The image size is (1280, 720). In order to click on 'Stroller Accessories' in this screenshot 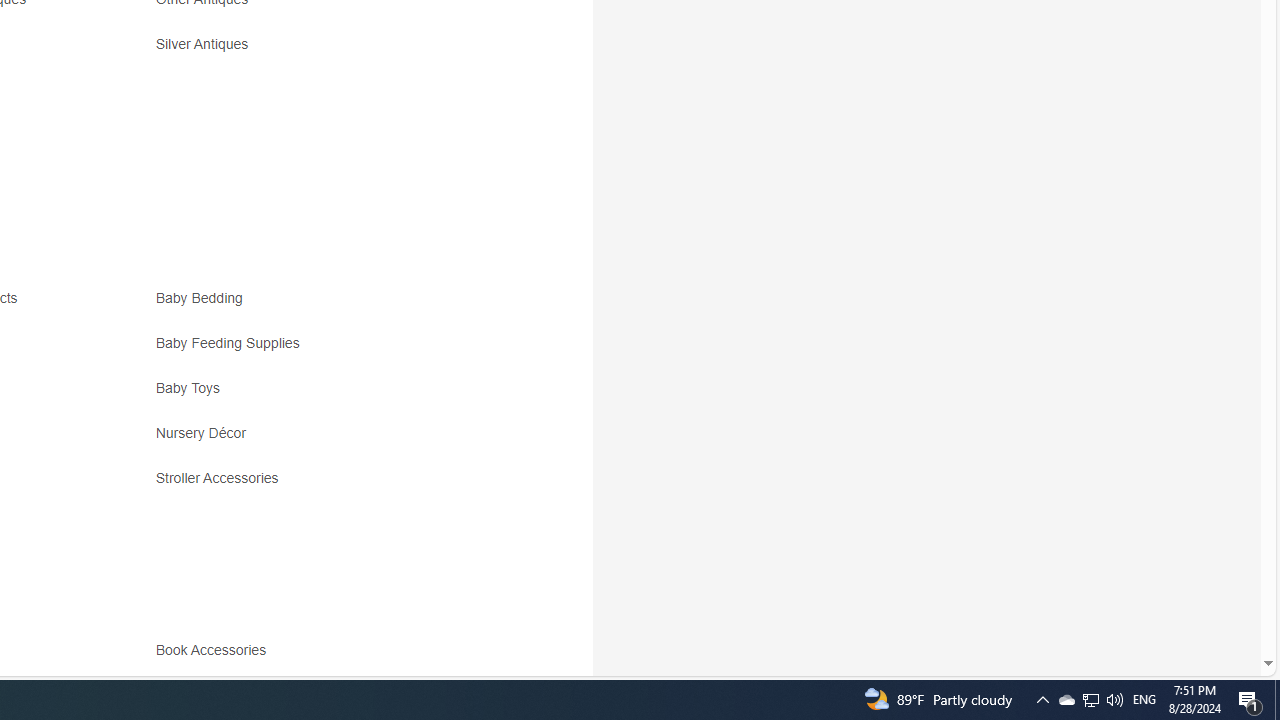, I will do `click(332, 485)`.